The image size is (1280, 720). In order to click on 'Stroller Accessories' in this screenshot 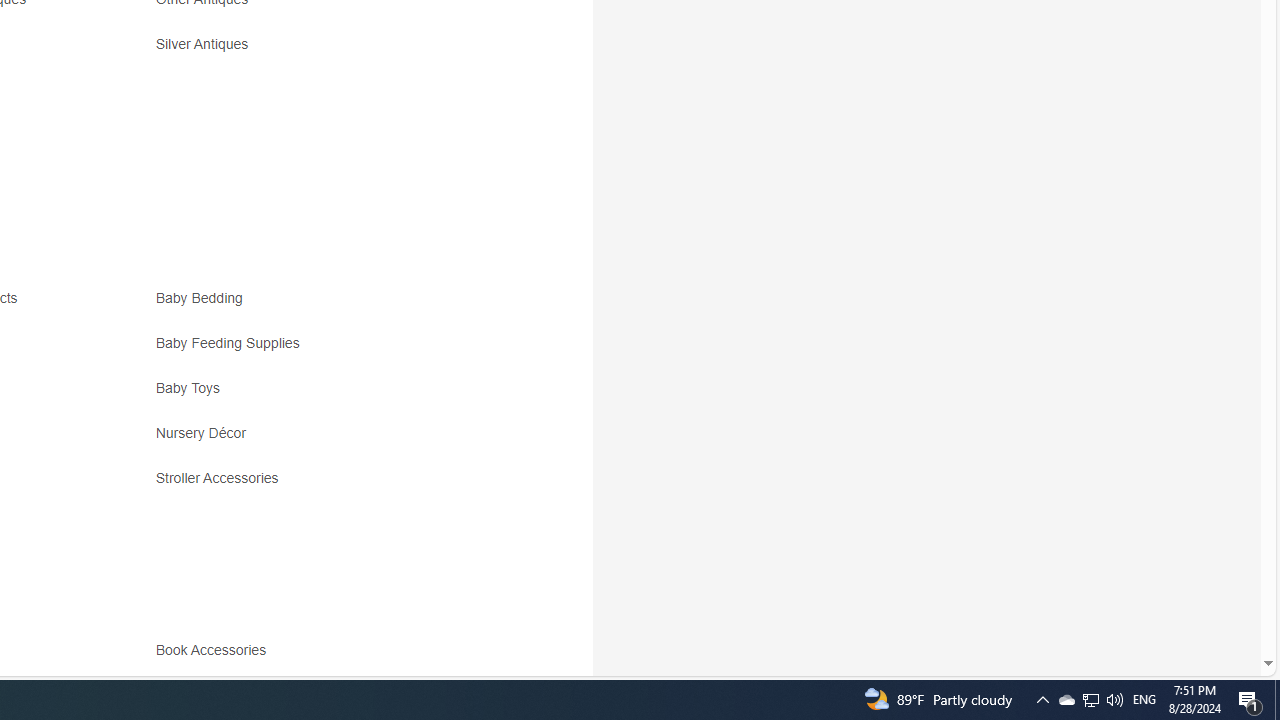, I will do `click(332, 485)`.